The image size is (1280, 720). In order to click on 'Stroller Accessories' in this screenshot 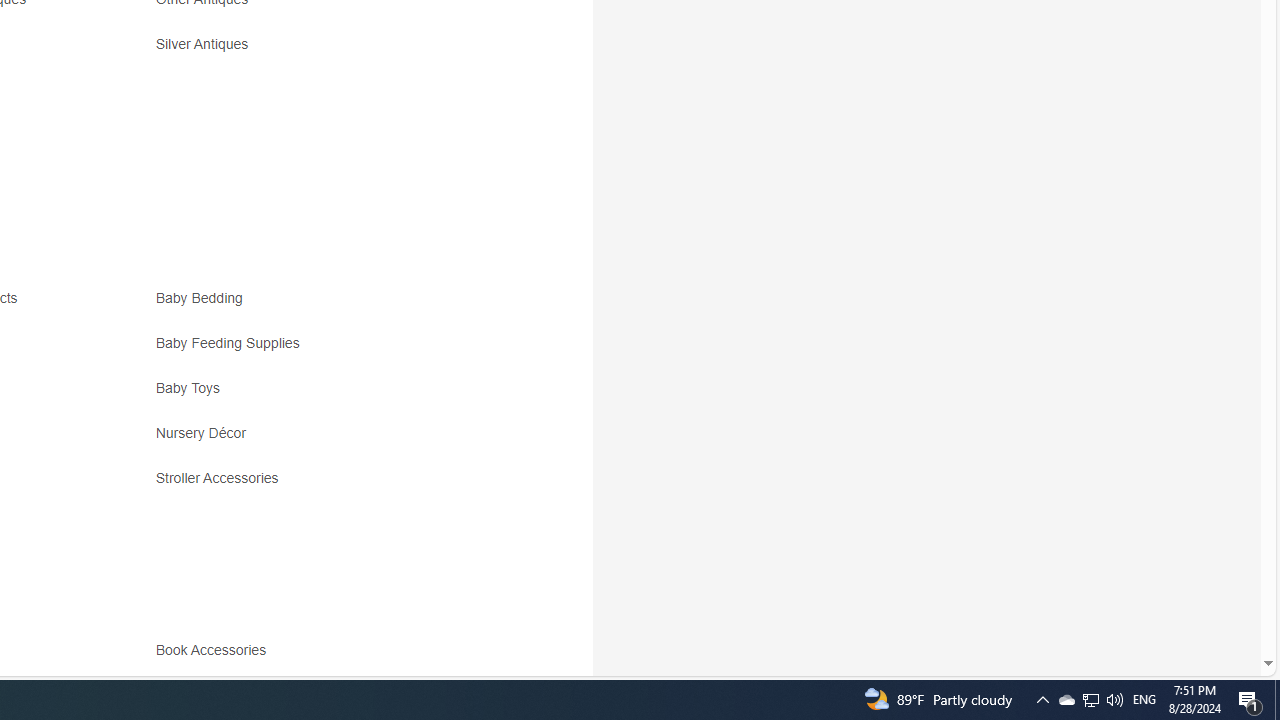, I will do `click(332, 485)`.